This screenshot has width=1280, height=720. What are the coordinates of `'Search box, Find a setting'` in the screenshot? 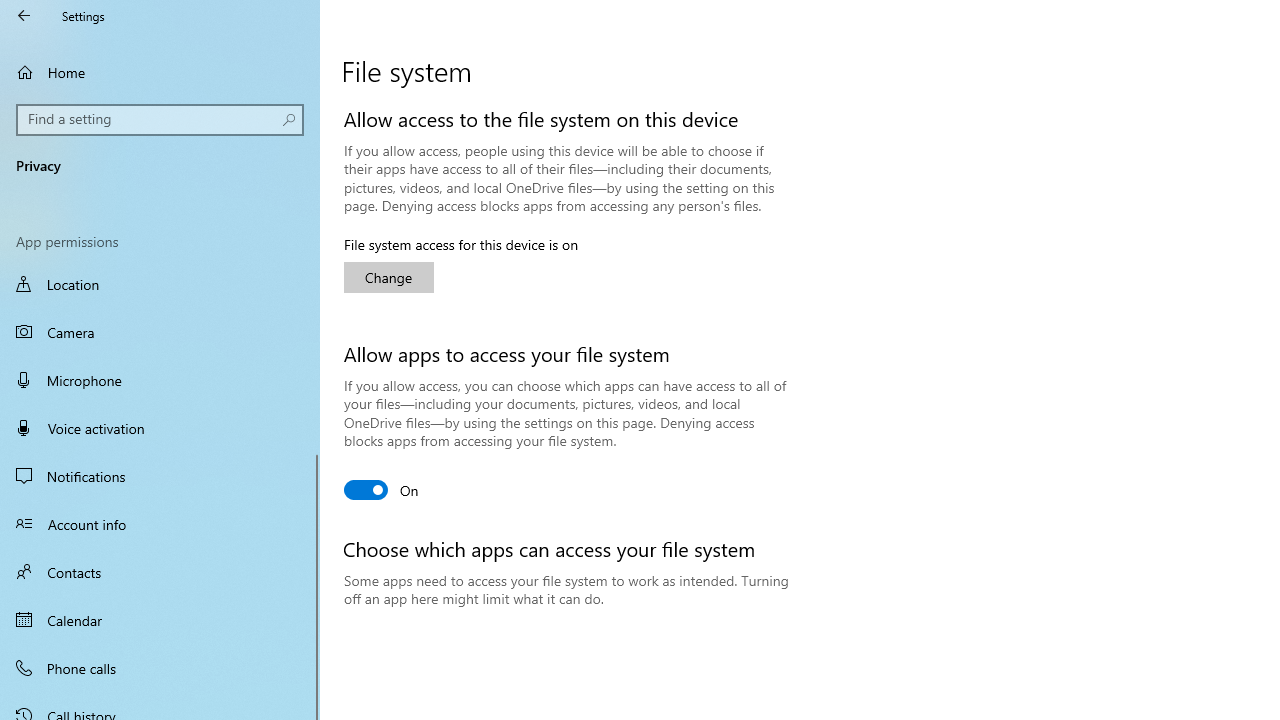 It's located at (160, 119).